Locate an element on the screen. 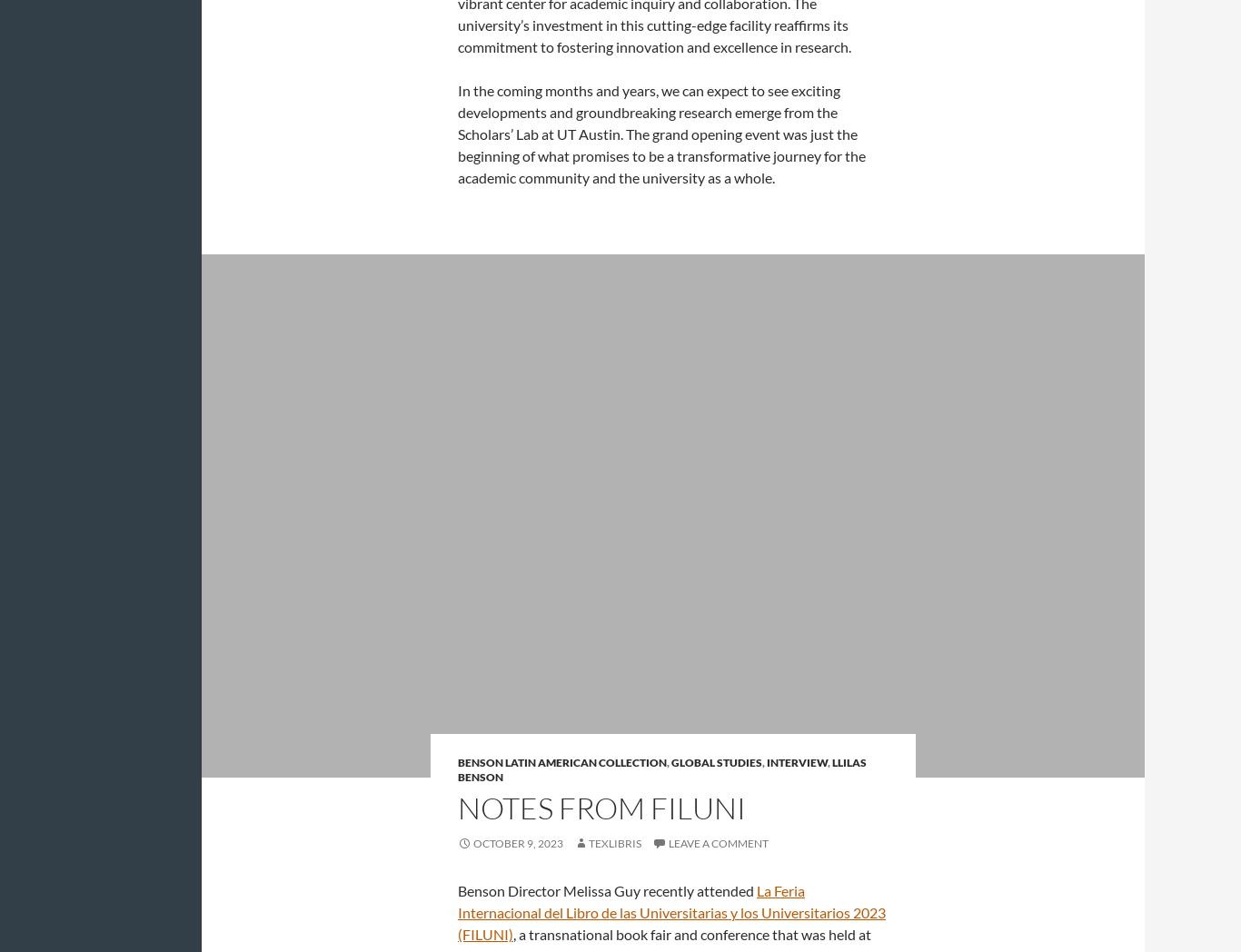 The height and width of the screenshot is (952, 1241). 'Leave a comment' is located at coordinates (719, 843).